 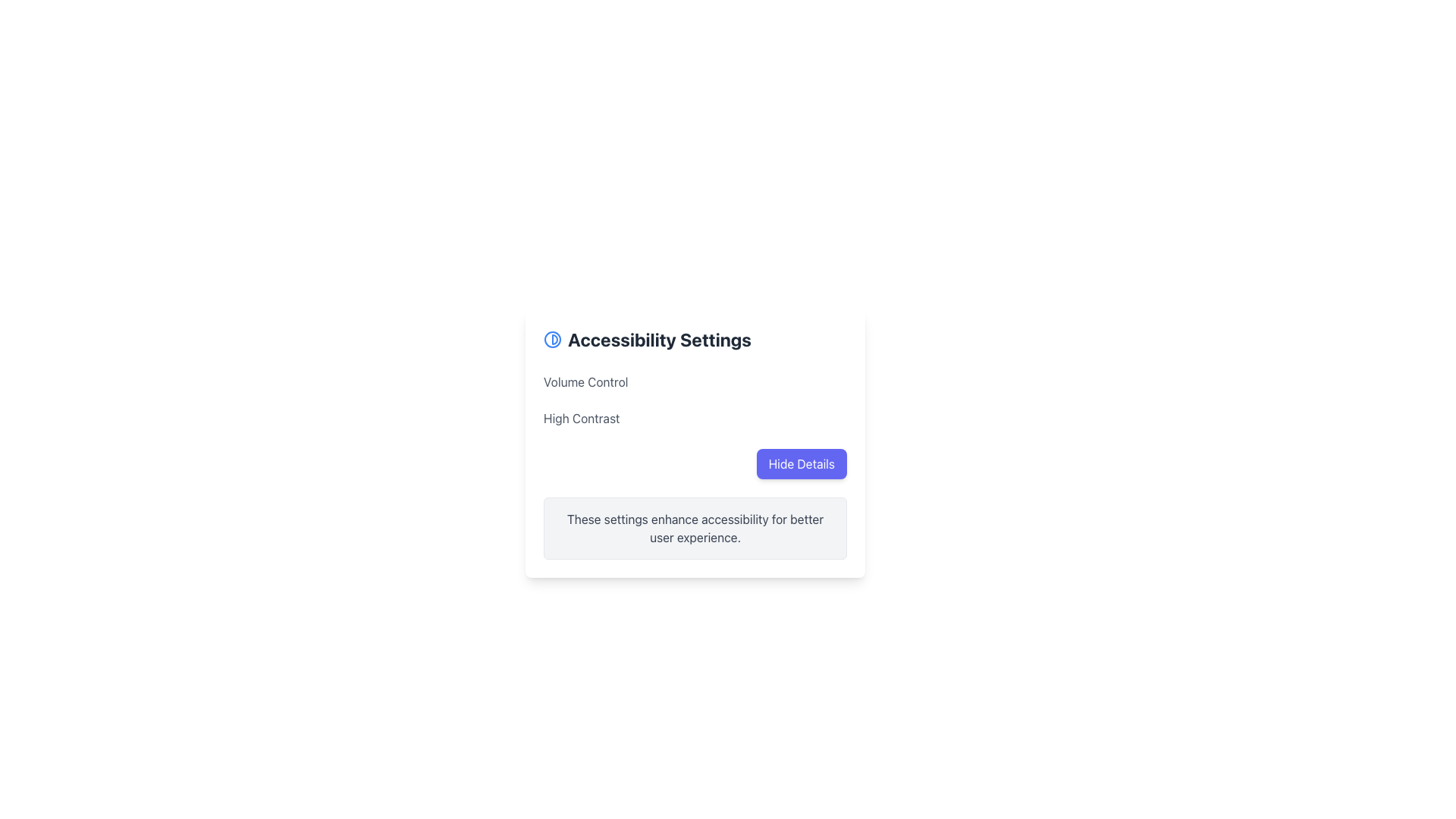 I want to click on the toggle switch for the 'High Contrast' setting located in the 'Accessibility Settings' section to change its state, so click(x=694, y=418).